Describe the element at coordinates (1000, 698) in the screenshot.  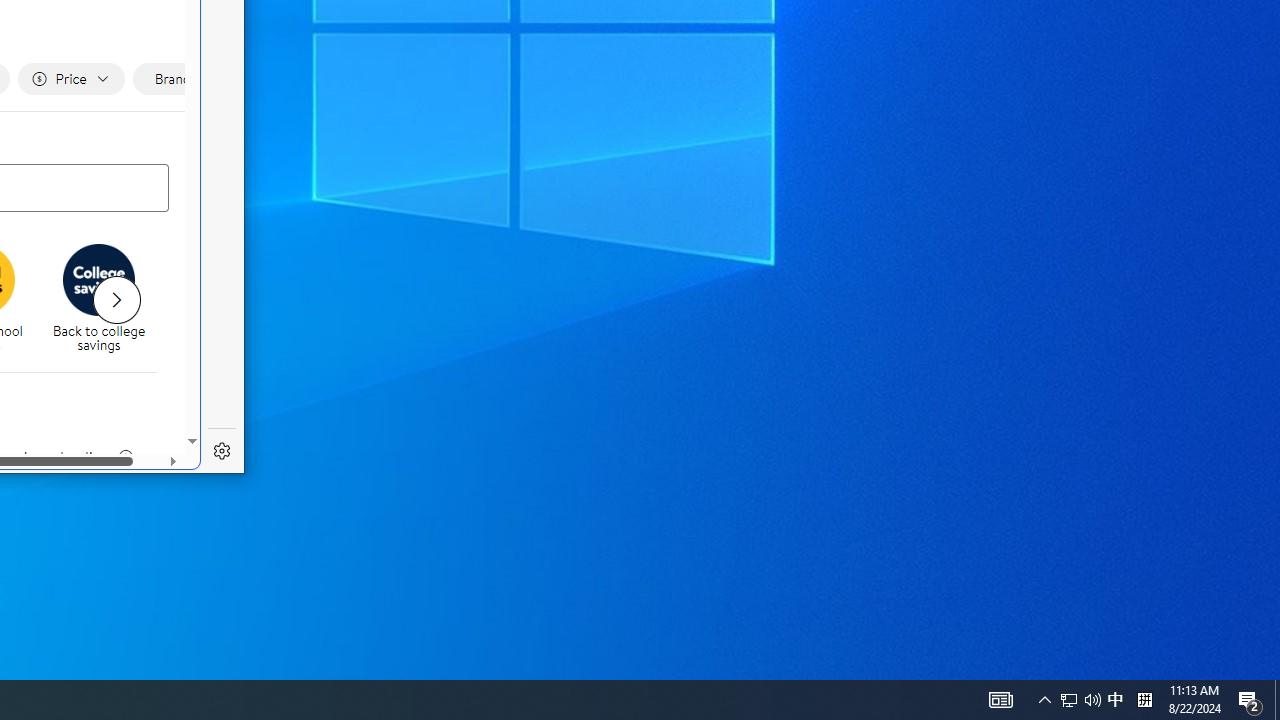
I see `'AutomationID: 4105'` at that location.